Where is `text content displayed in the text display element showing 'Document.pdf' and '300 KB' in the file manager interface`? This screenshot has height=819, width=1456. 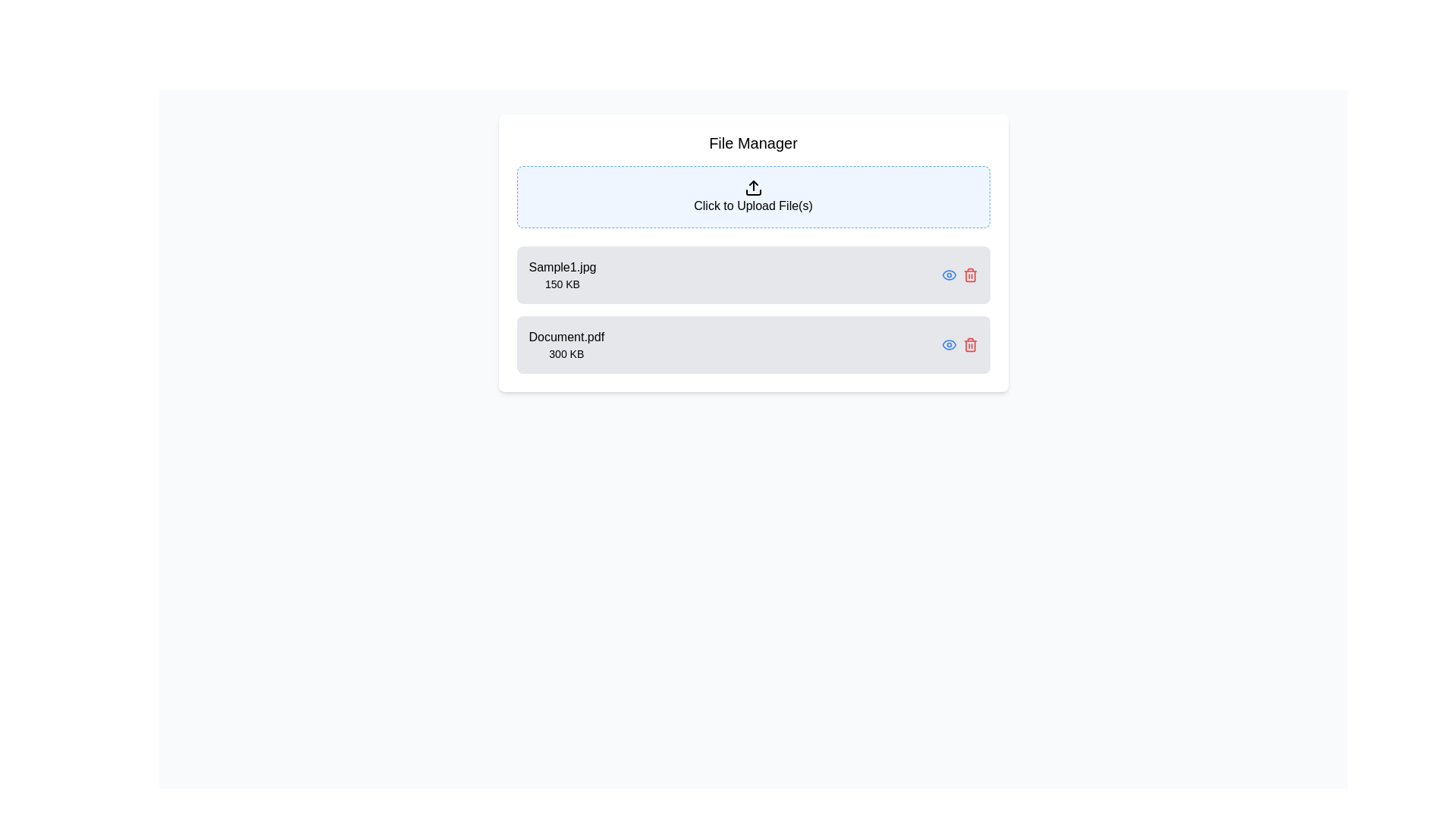 text content displayed in the text display element showing 'Document.pdf' and '300 KB' in the file manager interface is located at coordinates (566, 345).